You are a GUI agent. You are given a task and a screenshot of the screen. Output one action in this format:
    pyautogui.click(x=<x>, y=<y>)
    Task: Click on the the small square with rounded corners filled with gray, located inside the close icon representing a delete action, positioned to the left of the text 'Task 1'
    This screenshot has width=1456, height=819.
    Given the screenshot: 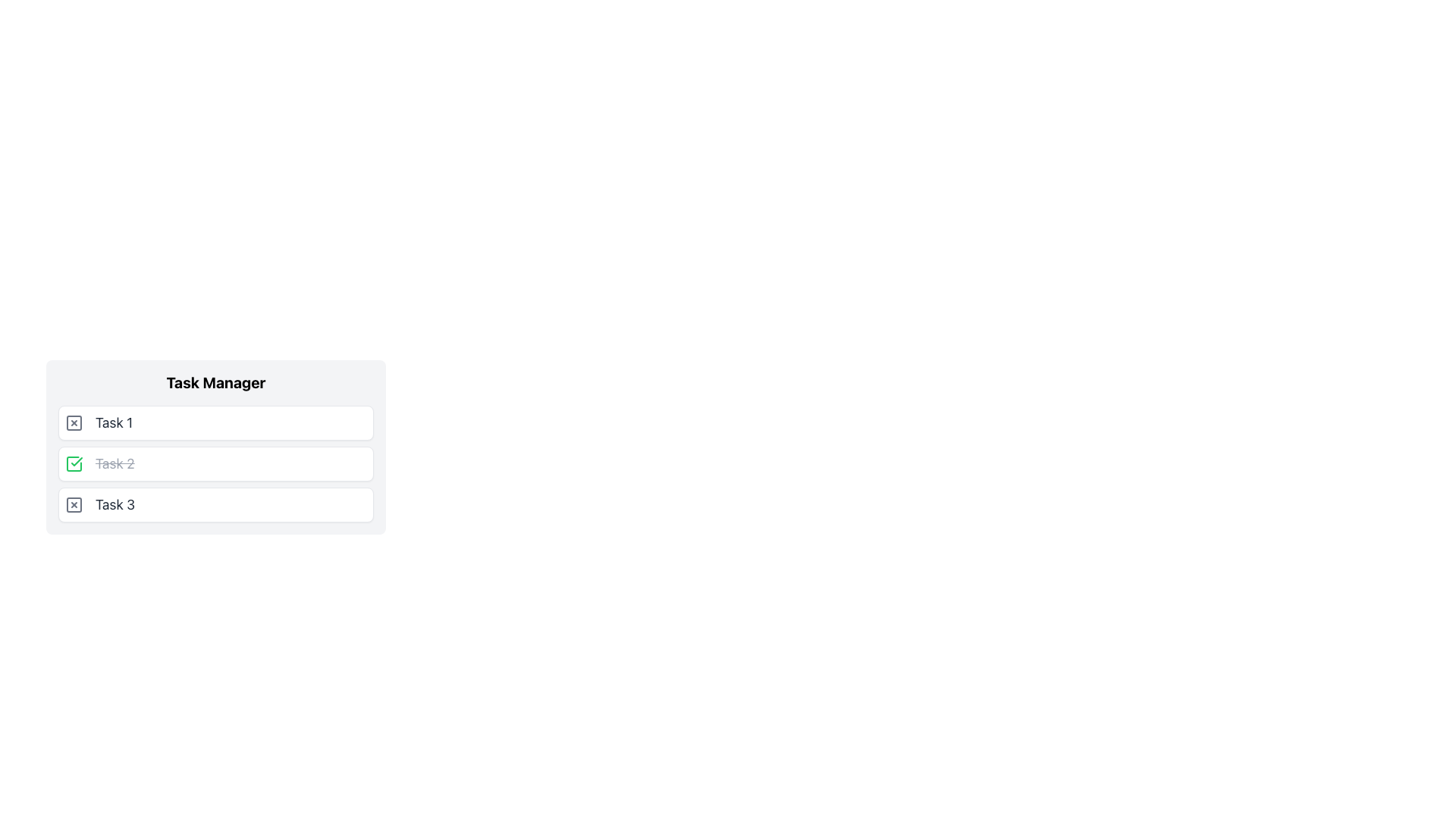 What is the action you would take?
    pyautogui.click(x=73, y=423)
    